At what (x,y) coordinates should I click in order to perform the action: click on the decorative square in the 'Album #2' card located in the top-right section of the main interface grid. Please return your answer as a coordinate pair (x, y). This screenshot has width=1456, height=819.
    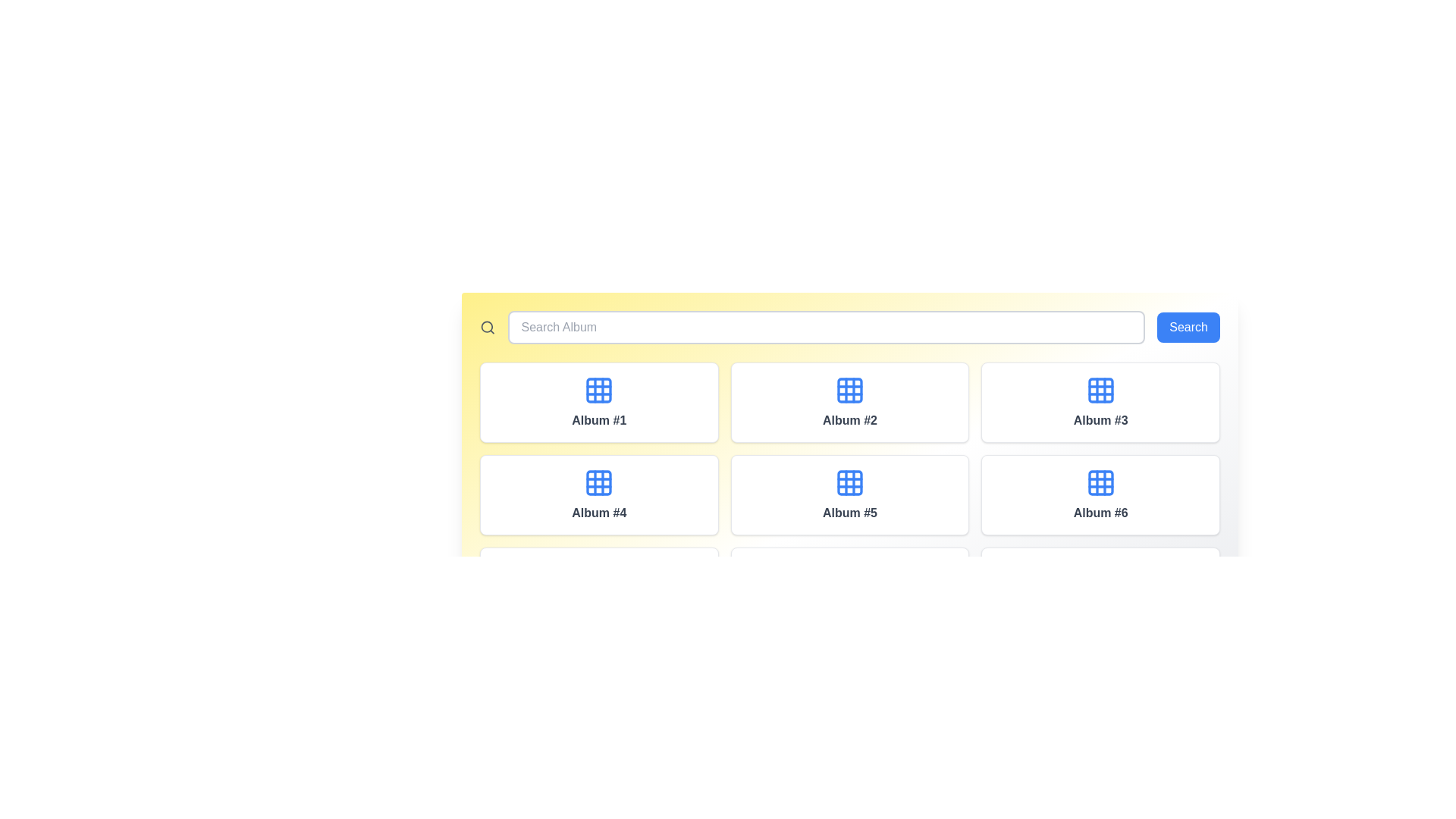
    Looking at the image, I should click on (849, 390).